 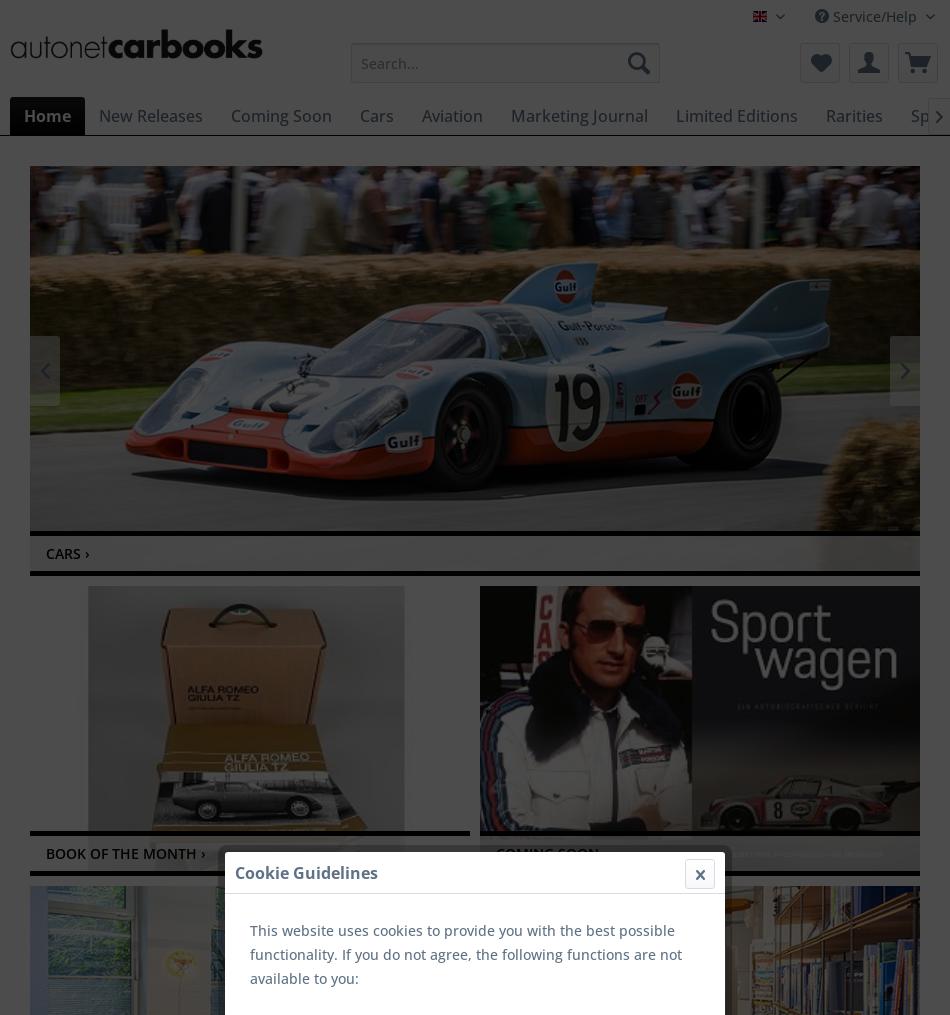 I want to click on 'Cars', so click(x=375, y=114).